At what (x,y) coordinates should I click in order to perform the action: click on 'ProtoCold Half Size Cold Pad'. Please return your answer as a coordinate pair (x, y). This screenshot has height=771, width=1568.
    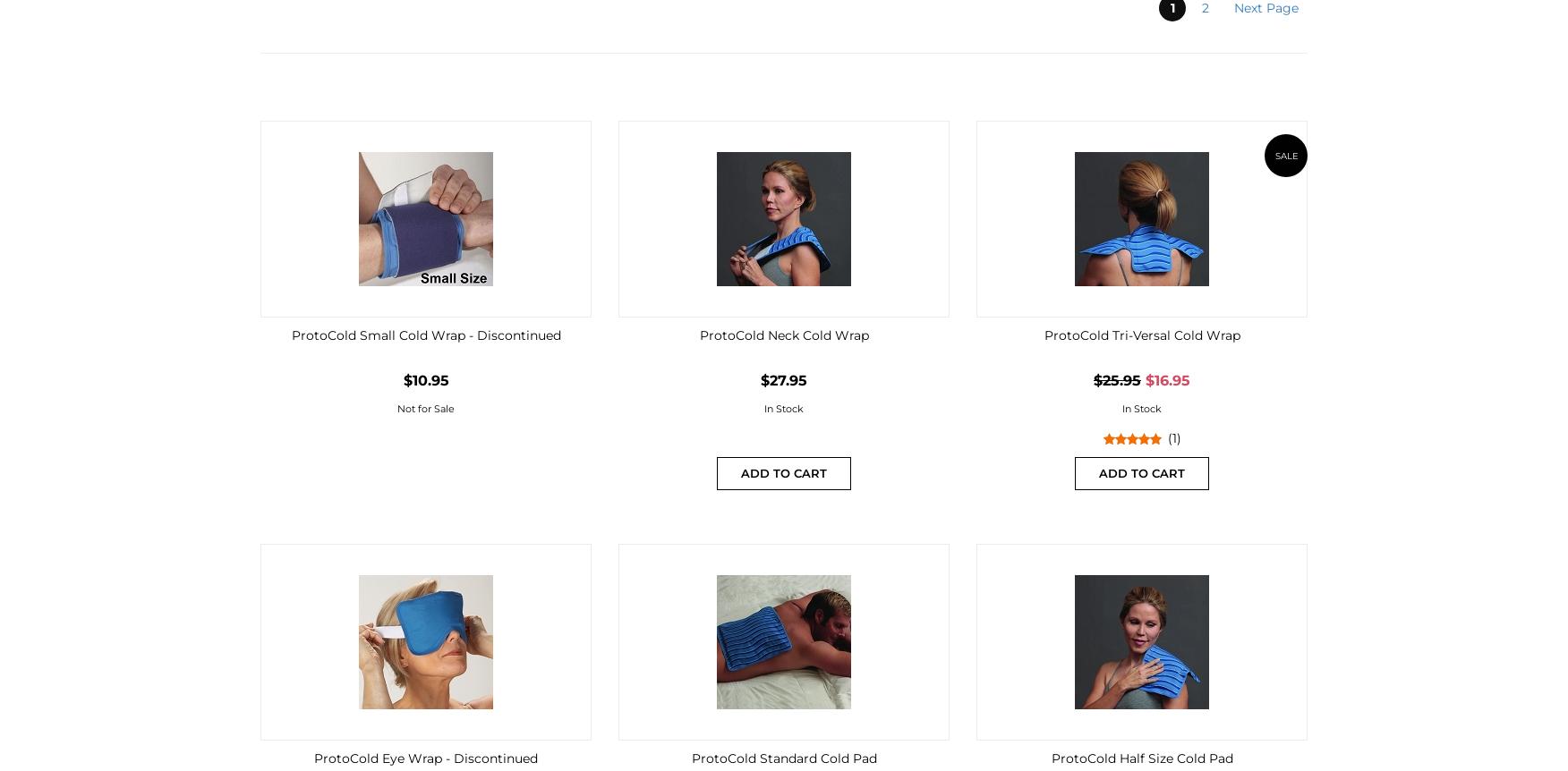
    Looking at the image, I should click on (1140, 757).